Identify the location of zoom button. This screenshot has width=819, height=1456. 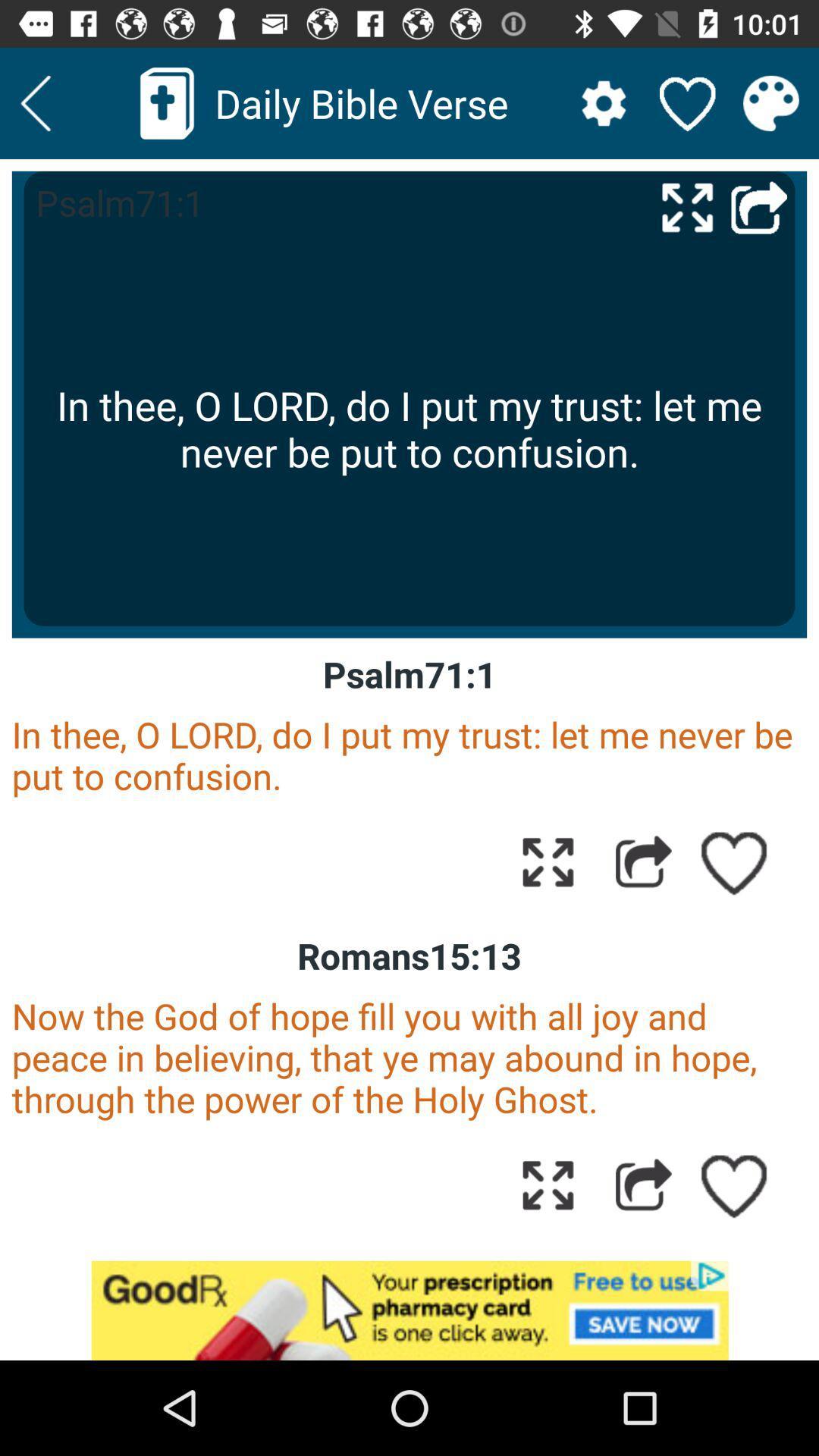
(548, 1184).